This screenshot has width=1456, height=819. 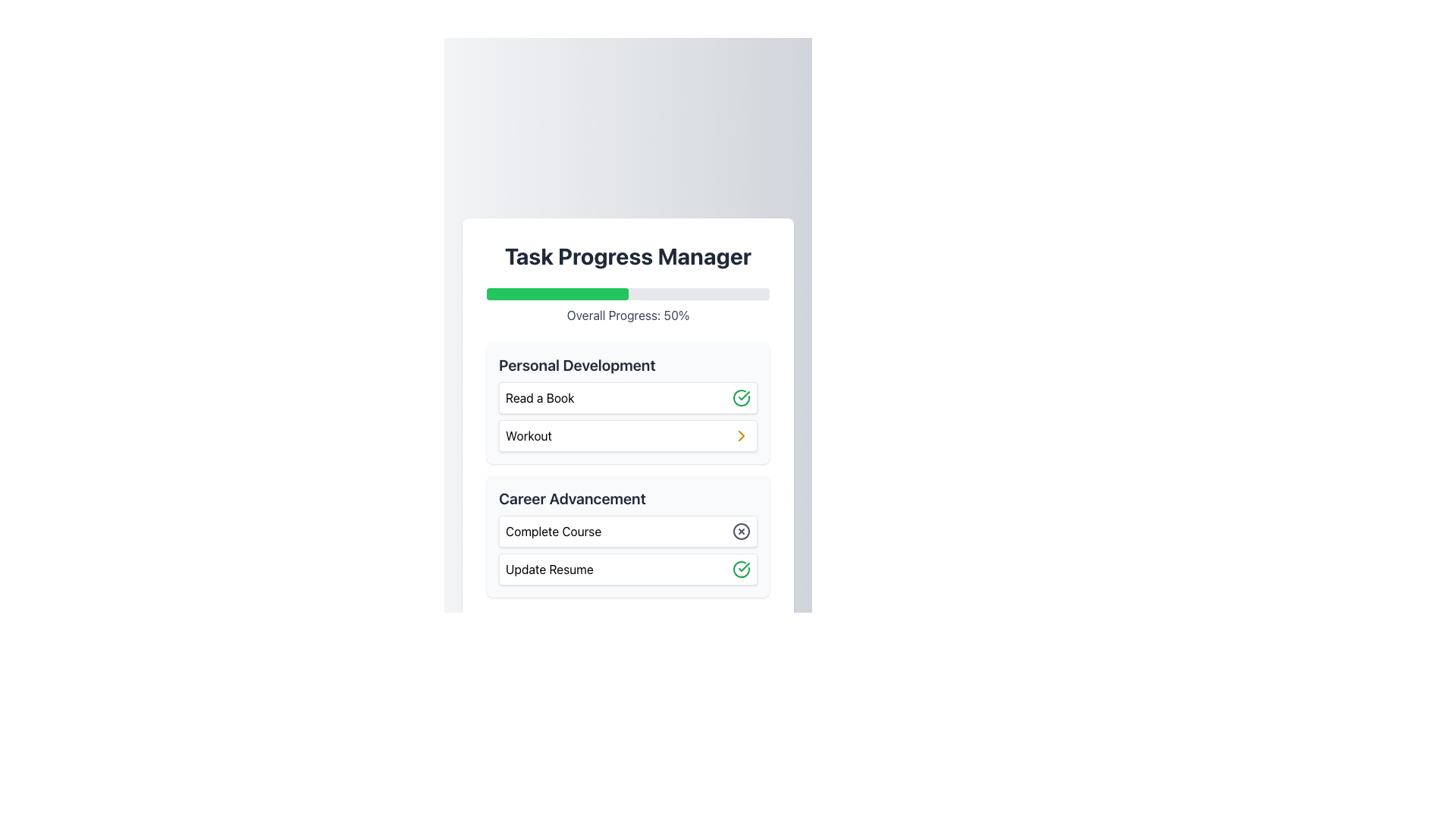 What do you see at coordinates (628, 315) in the screenshot?
I see `the text label reading 'Overall Progress: 50%' located beneath the green progress bar in the 'Task Progress Manager' section` at bounding box center [628, 315].